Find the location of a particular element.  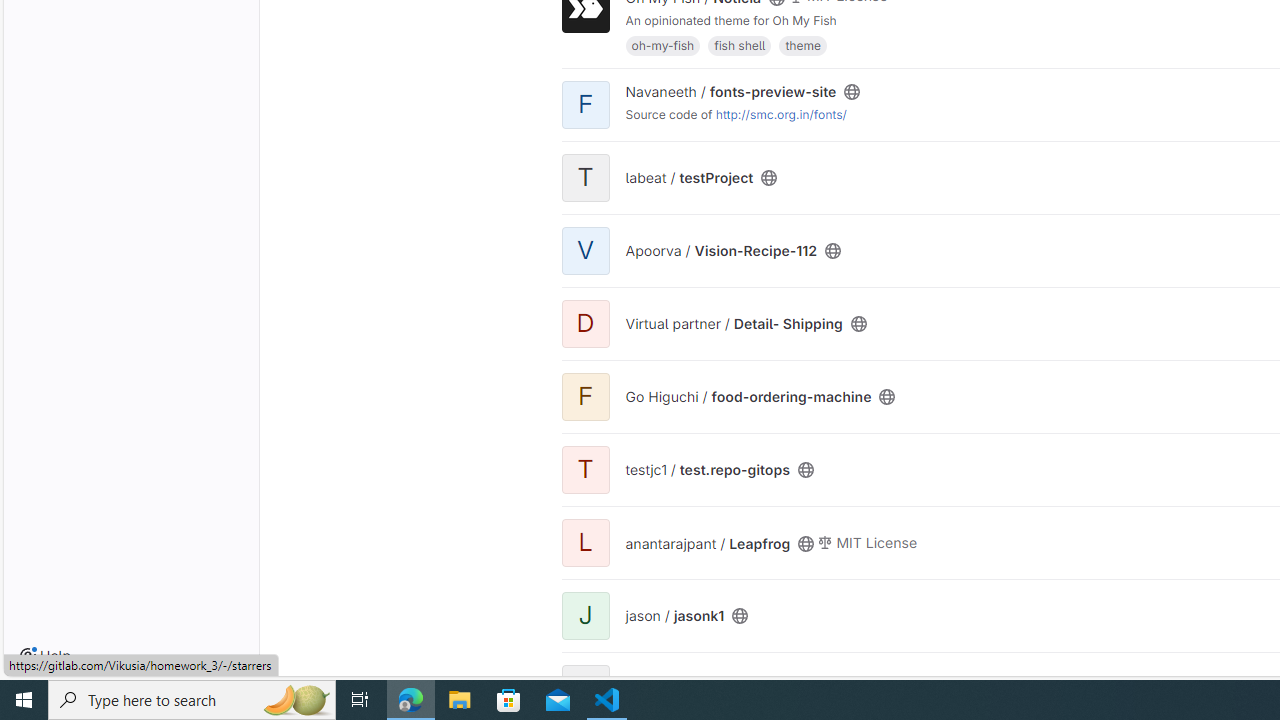

'http://smc.org.in/fonts/' is located at coordinates (780, 113).